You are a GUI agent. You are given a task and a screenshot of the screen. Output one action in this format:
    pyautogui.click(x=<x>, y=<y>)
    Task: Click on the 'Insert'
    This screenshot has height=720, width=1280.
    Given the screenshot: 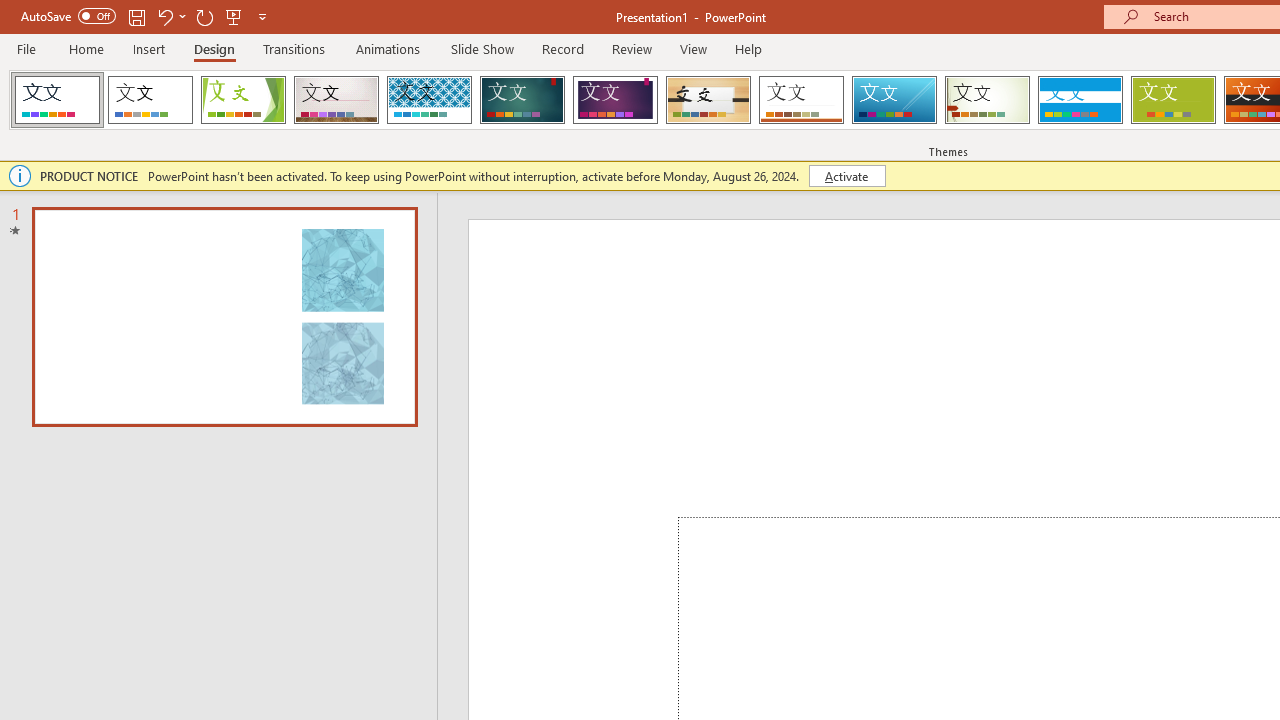 What is the action you would take?
    pyautogui.click(x=148, y=48)
    